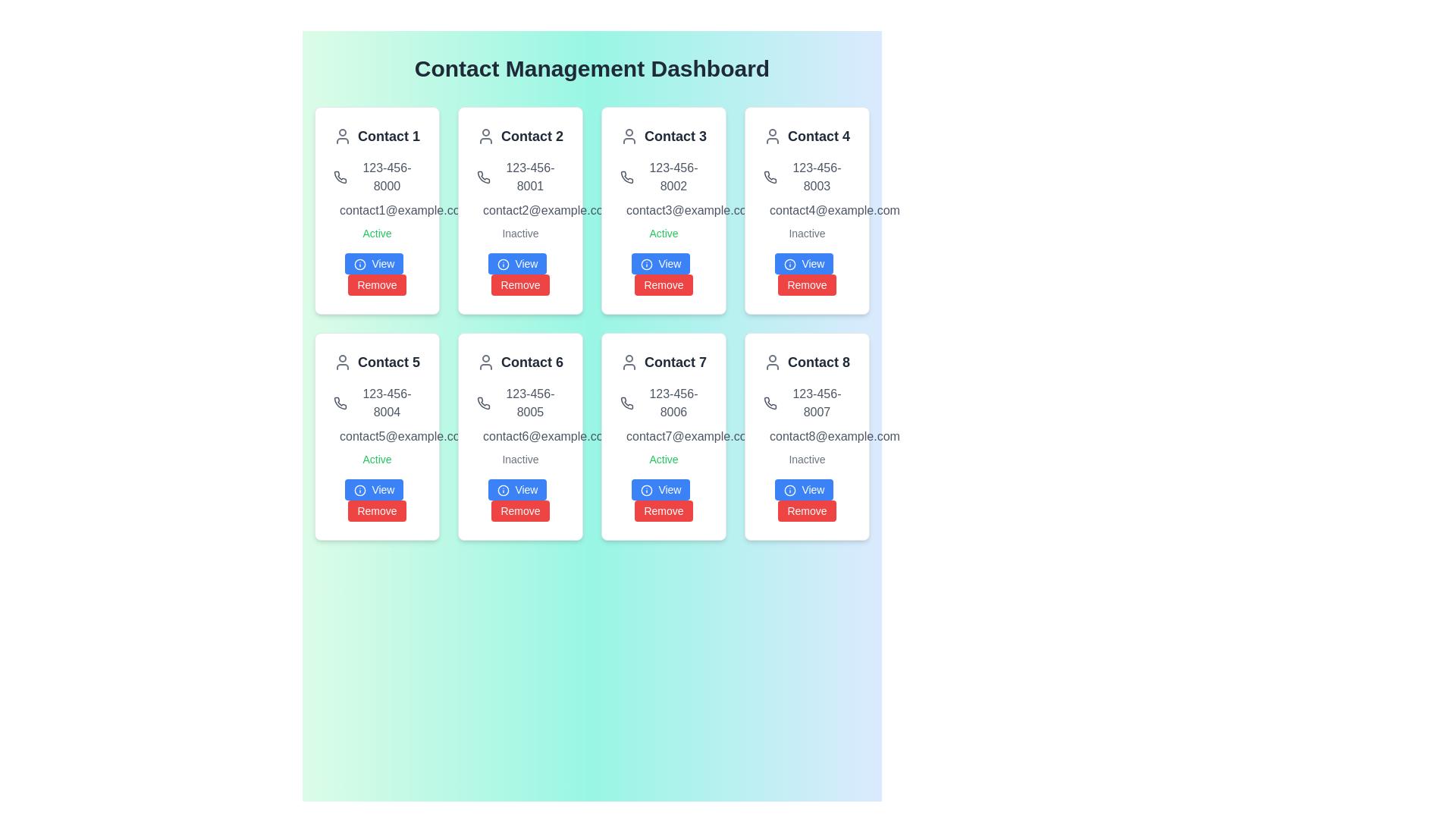  What do you see at coordinates (806, 436) in the screenshot?
I see `the email address displayed for 'Contact 8'` at bounding box center [806, 436].